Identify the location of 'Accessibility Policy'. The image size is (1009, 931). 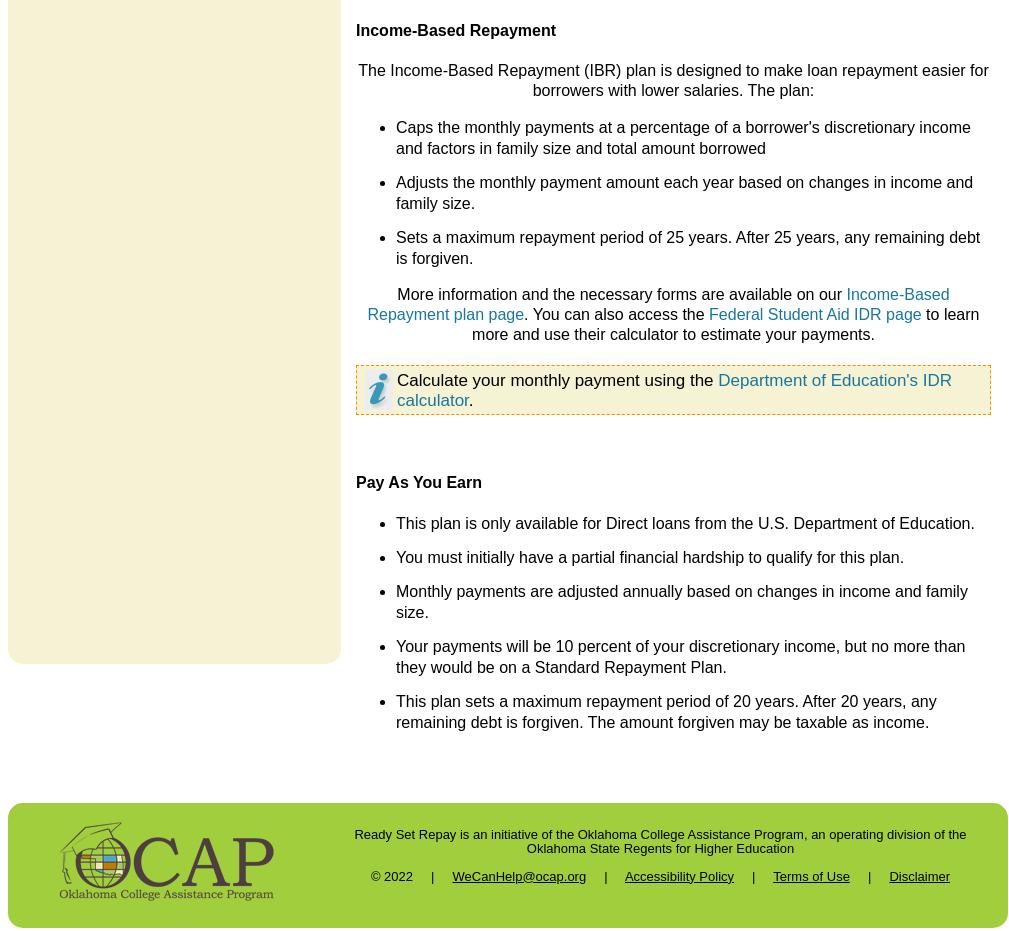
(678, 875).